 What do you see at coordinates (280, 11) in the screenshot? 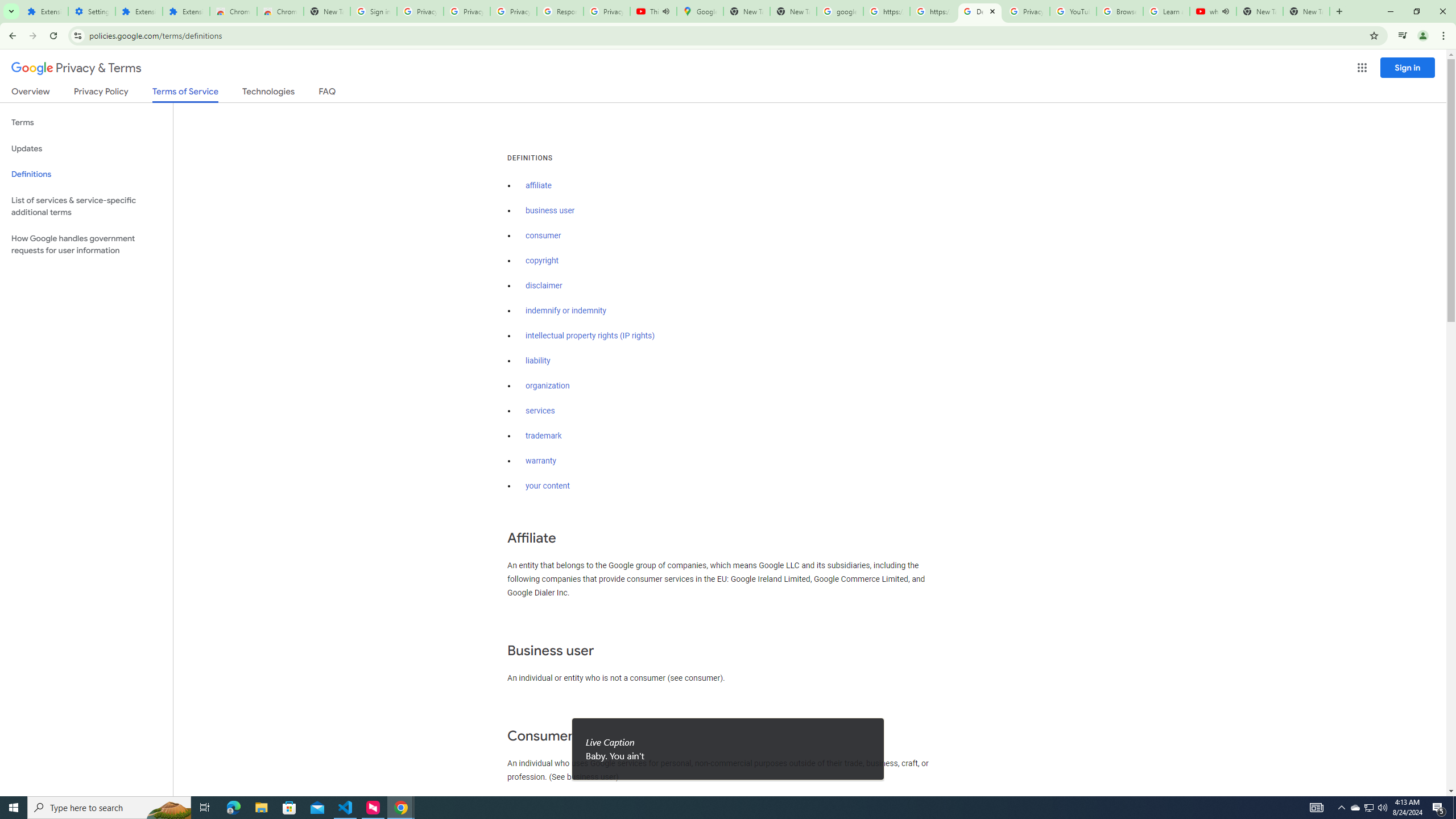
I see `'Chrome Web Store - Themes'` at bounding box center [280, 11].